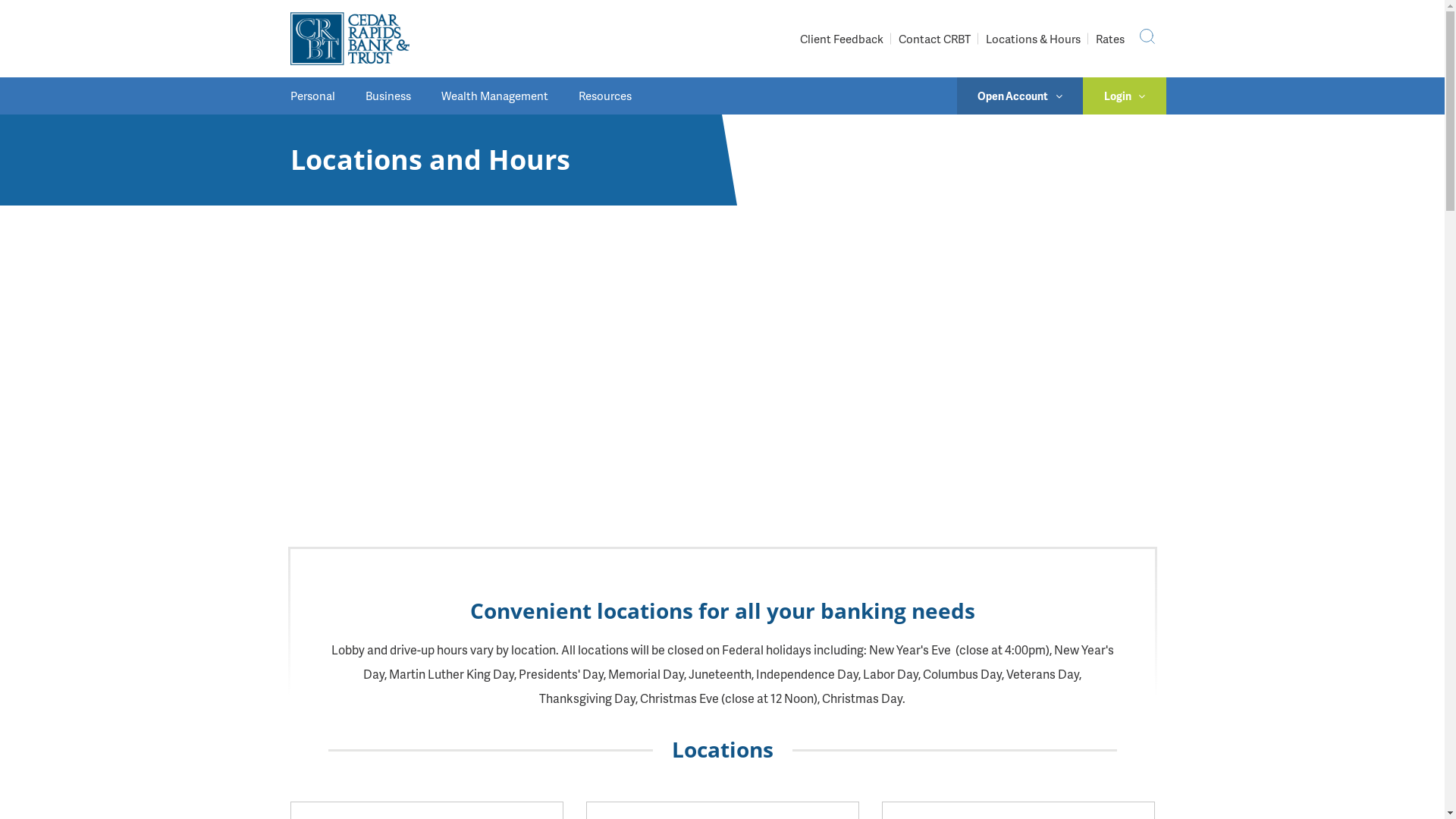 The width and height of the screenshot is (1456, 819). Describe the element at coordinates (1125, 96) in the screenshot. I see `'Login'` at that location.